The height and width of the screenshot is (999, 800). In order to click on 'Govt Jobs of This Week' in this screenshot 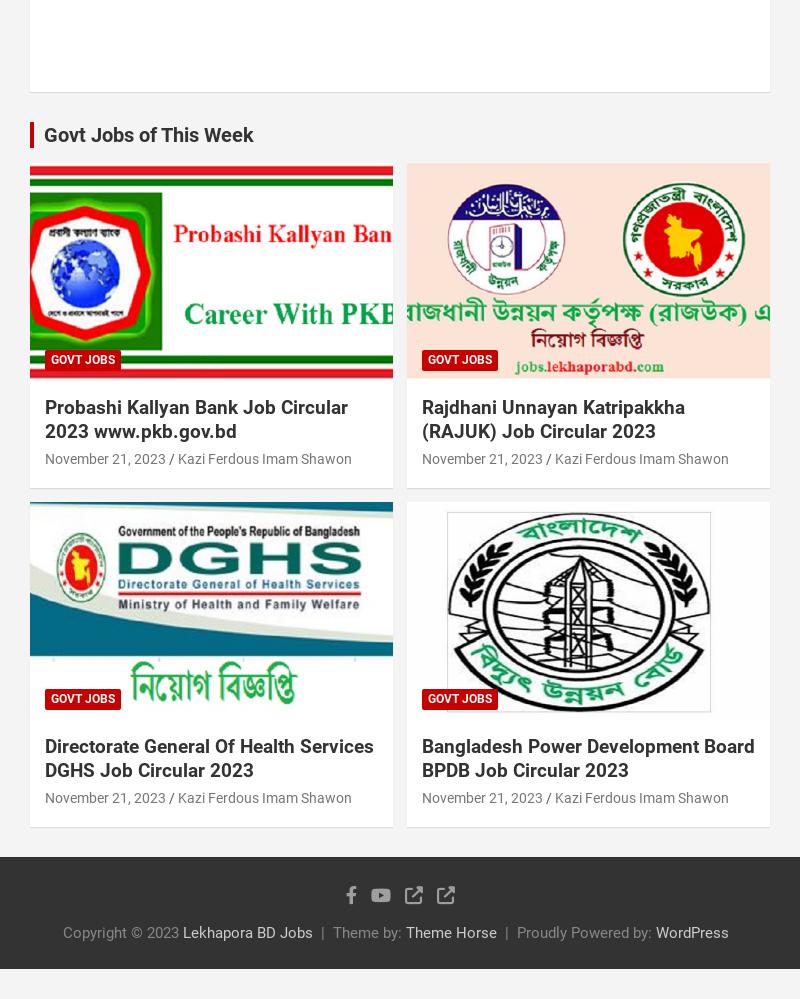, I will do `click(148, 133)`.